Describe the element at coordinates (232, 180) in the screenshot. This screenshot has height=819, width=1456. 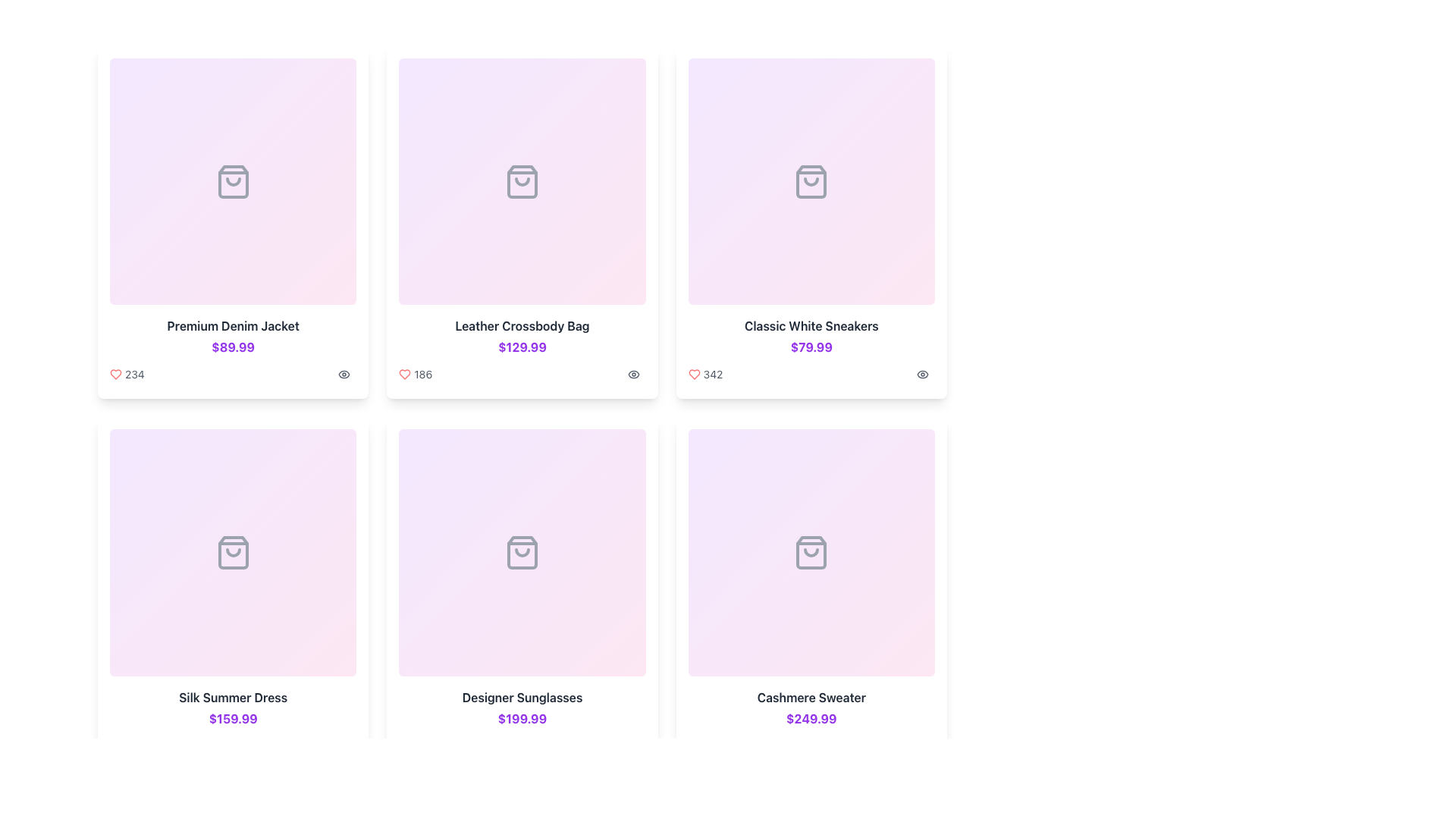
I see `the shopping bag icon located in the upper-left card of the grid layout, which is centered above the text 'Premium Denim Jacket' and its price` at that location.